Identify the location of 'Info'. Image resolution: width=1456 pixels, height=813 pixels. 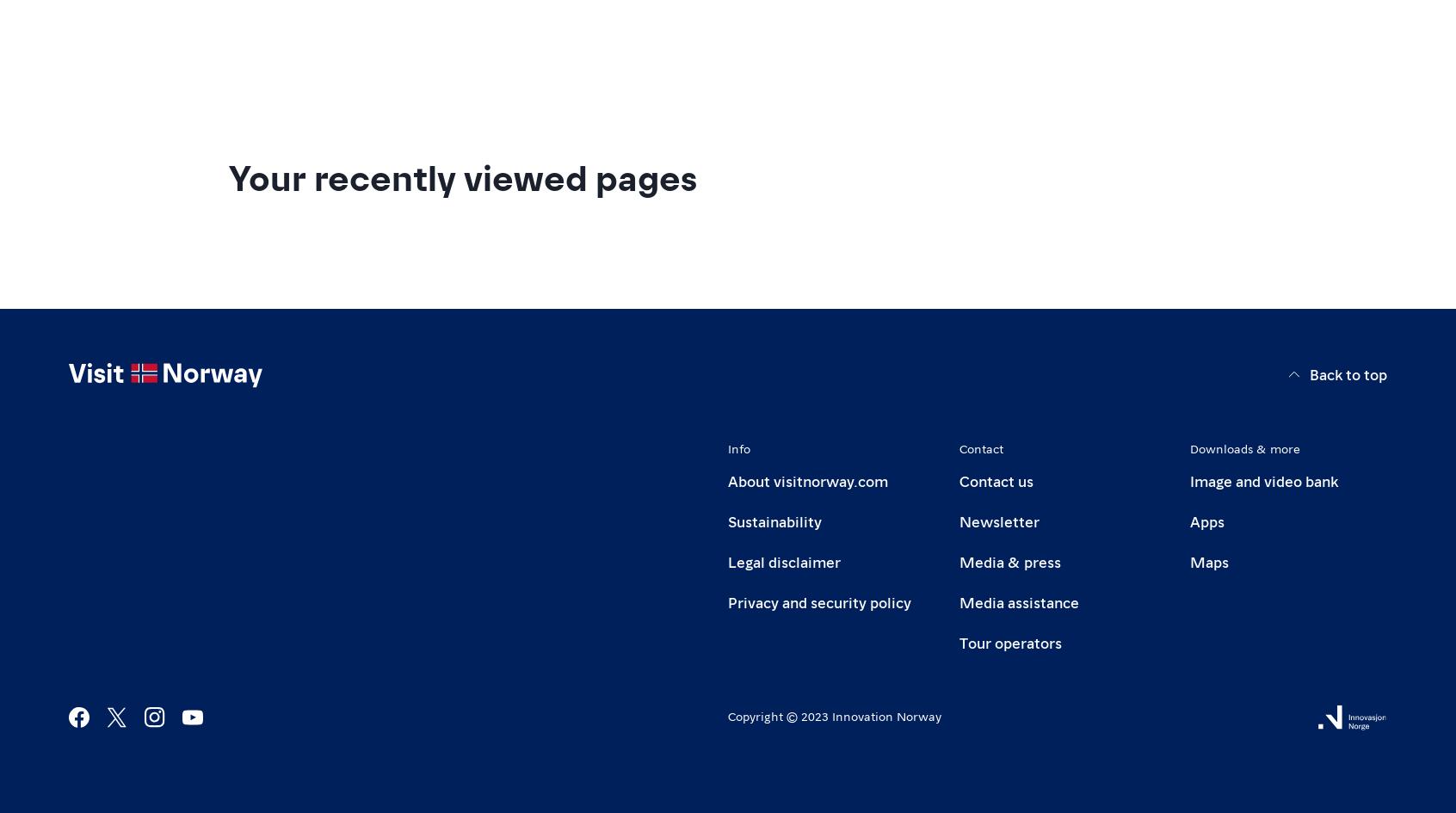
(738, 447).